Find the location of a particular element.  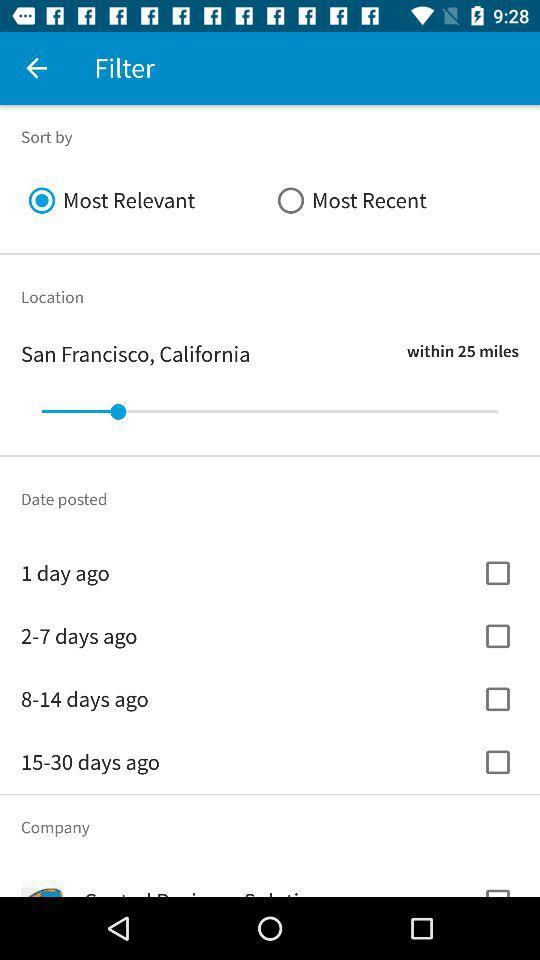

icon below sort by icon is located at coordinates (394, 200).